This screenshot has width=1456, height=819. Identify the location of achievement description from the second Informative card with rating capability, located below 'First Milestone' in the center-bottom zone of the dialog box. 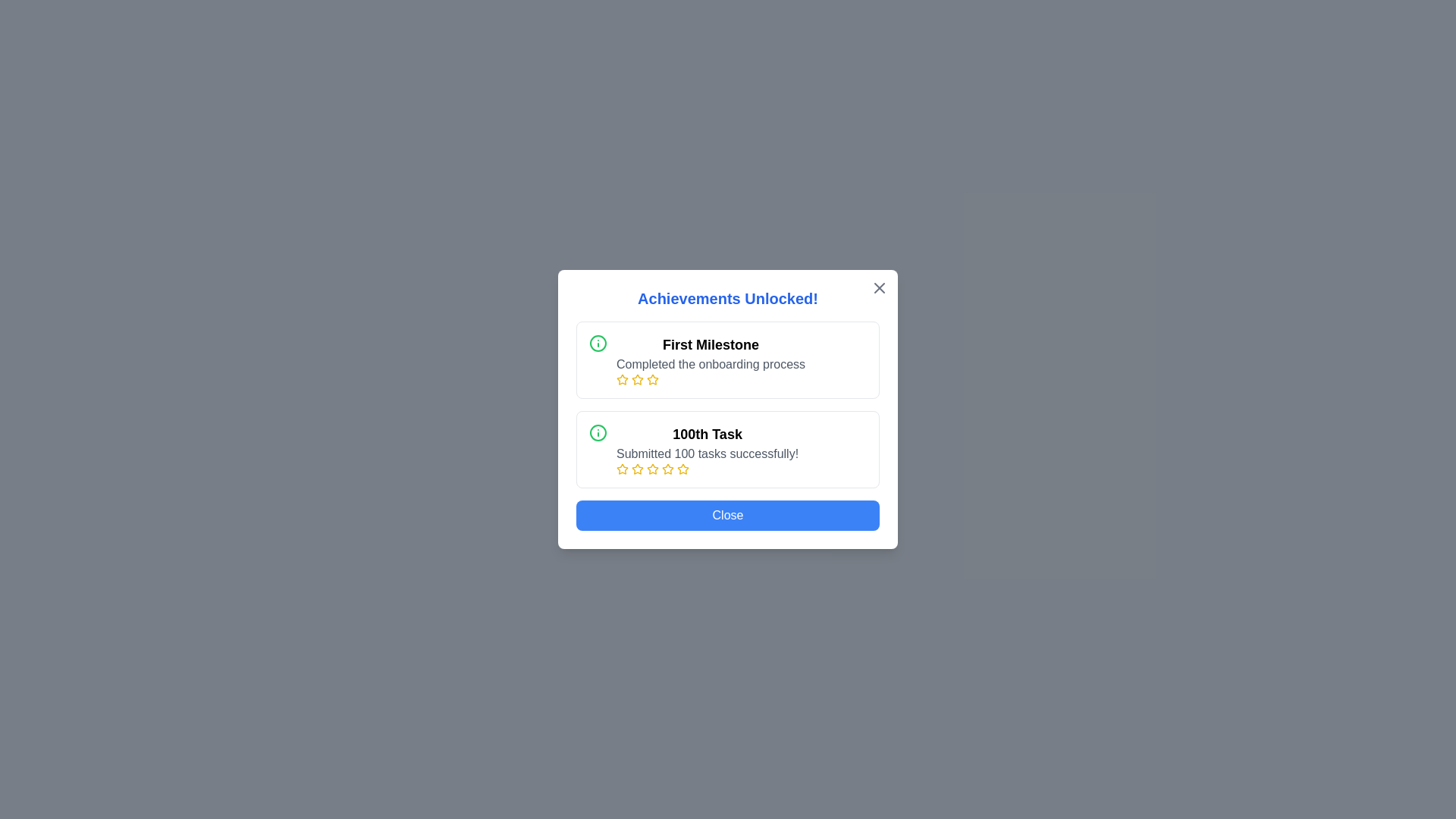
(728, 449).